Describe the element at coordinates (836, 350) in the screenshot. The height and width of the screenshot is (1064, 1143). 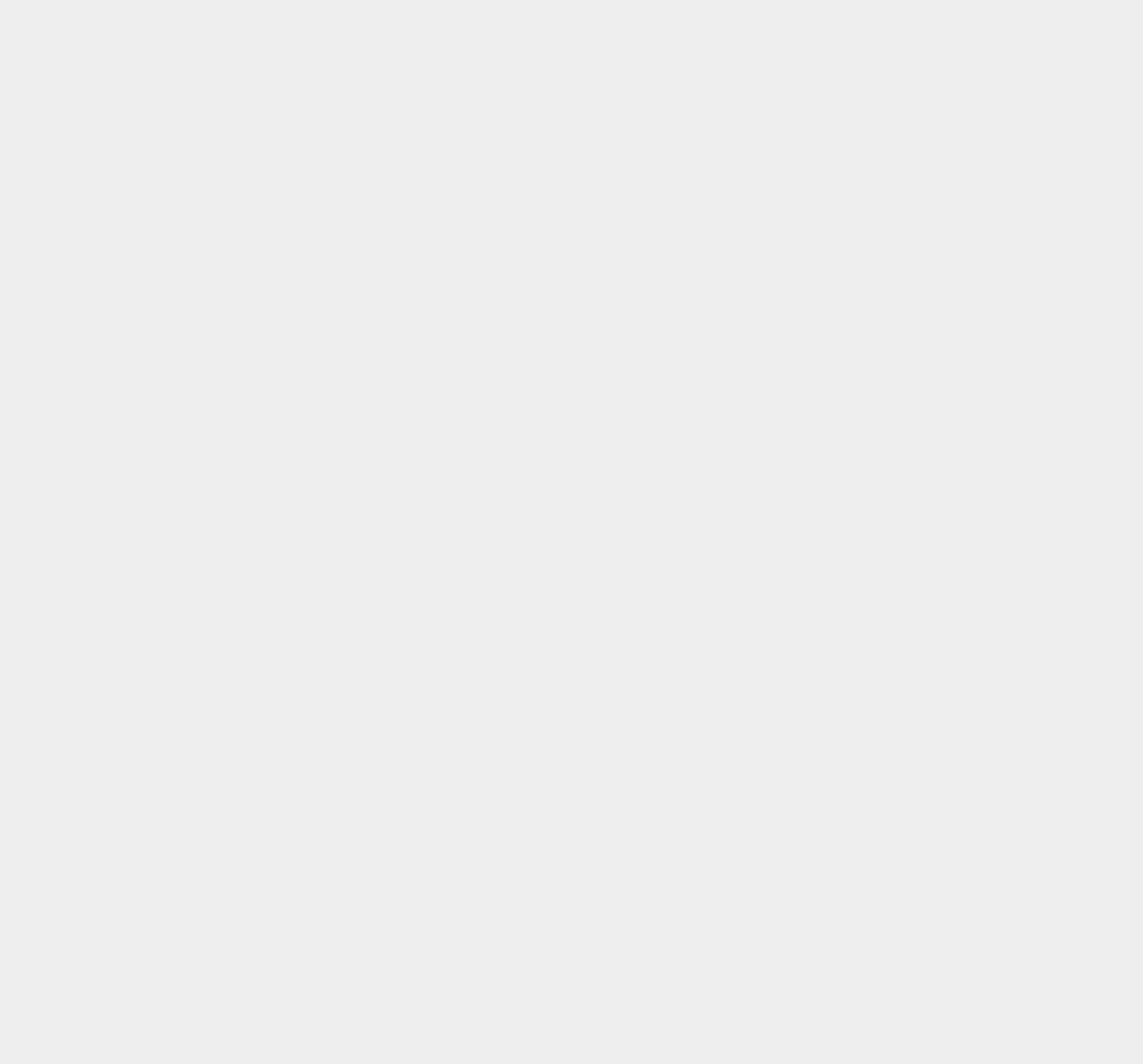
I see `'Android 9'` at that location.